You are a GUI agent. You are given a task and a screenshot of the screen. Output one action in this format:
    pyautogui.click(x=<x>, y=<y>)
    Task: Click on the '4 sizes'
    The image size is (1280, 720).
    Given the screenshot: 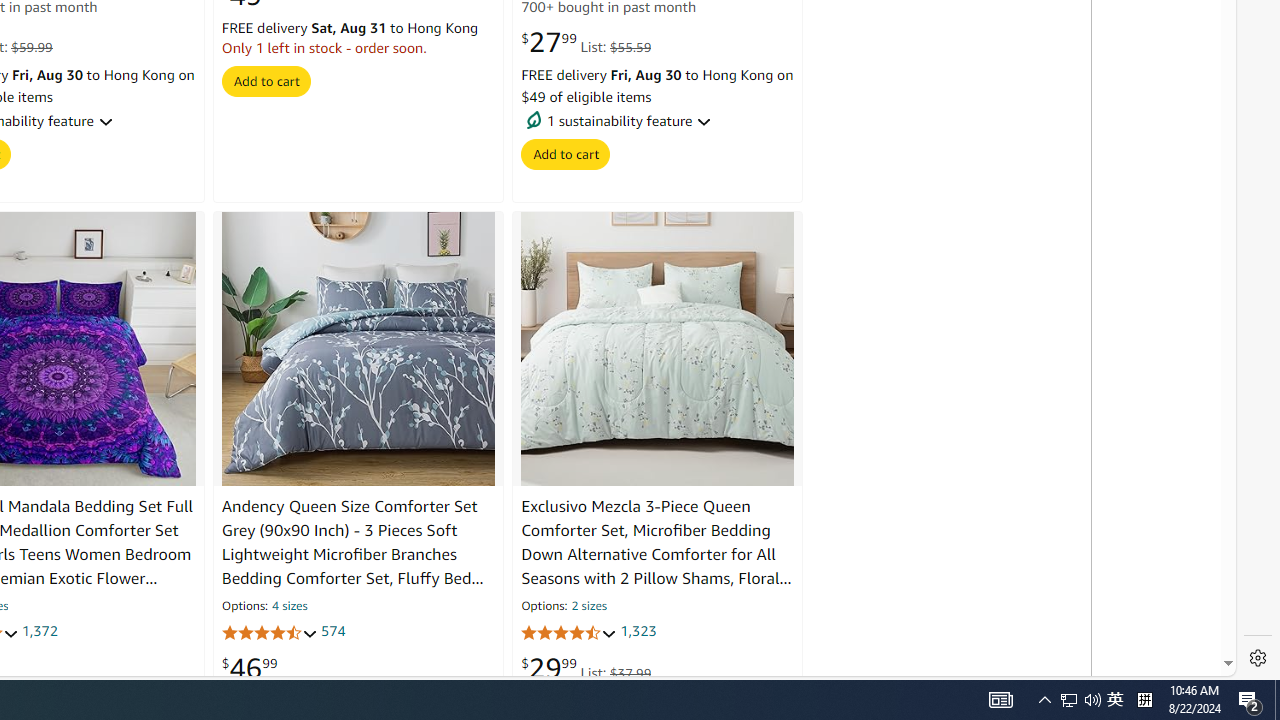 What is the action you would take?
    pyautogui.click(x=288, y=606)
    